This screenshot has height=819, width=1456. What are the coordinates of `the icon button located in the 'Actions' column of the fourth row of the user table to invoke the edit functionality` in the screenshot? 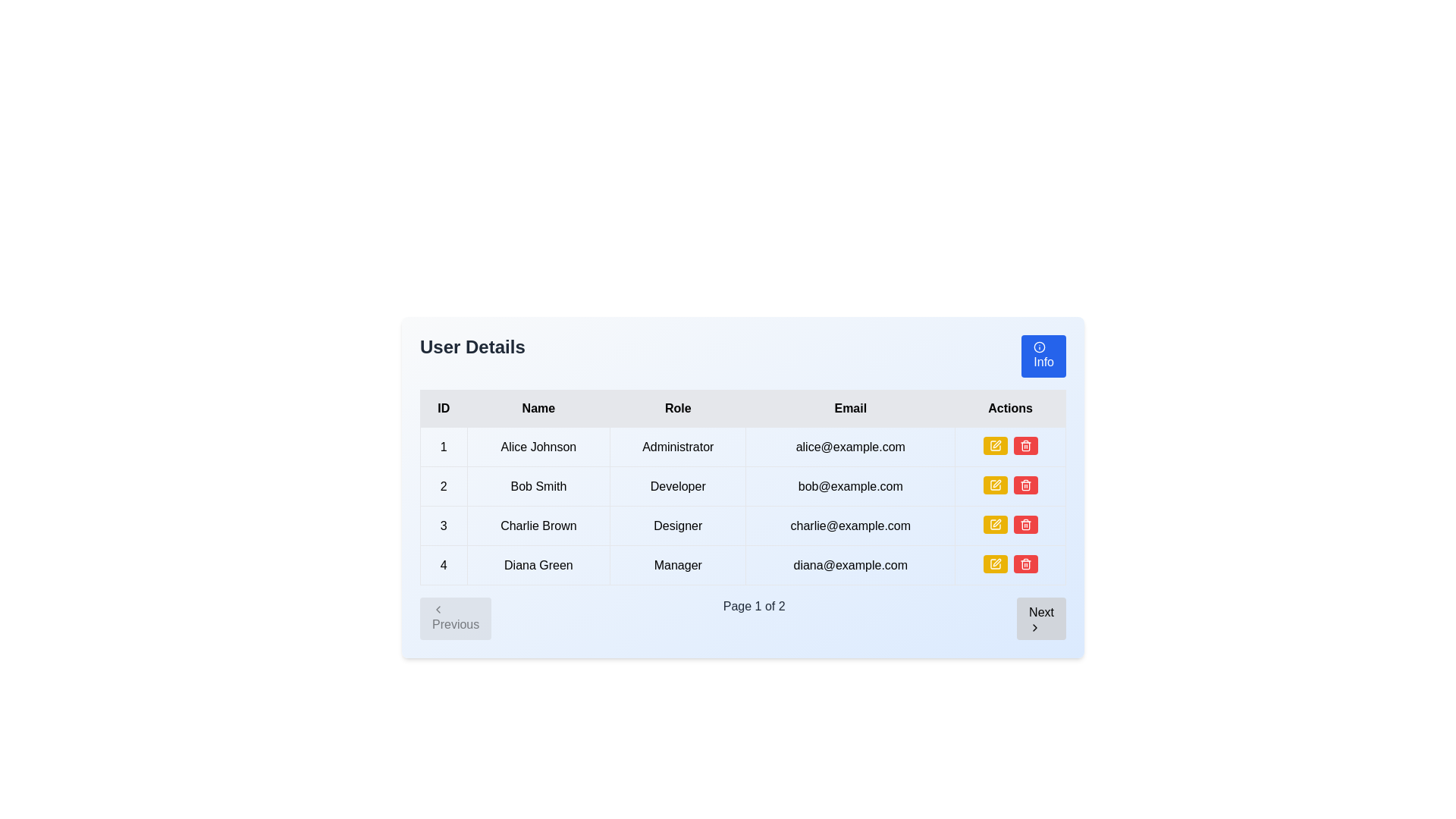 It's located at (995, 564).